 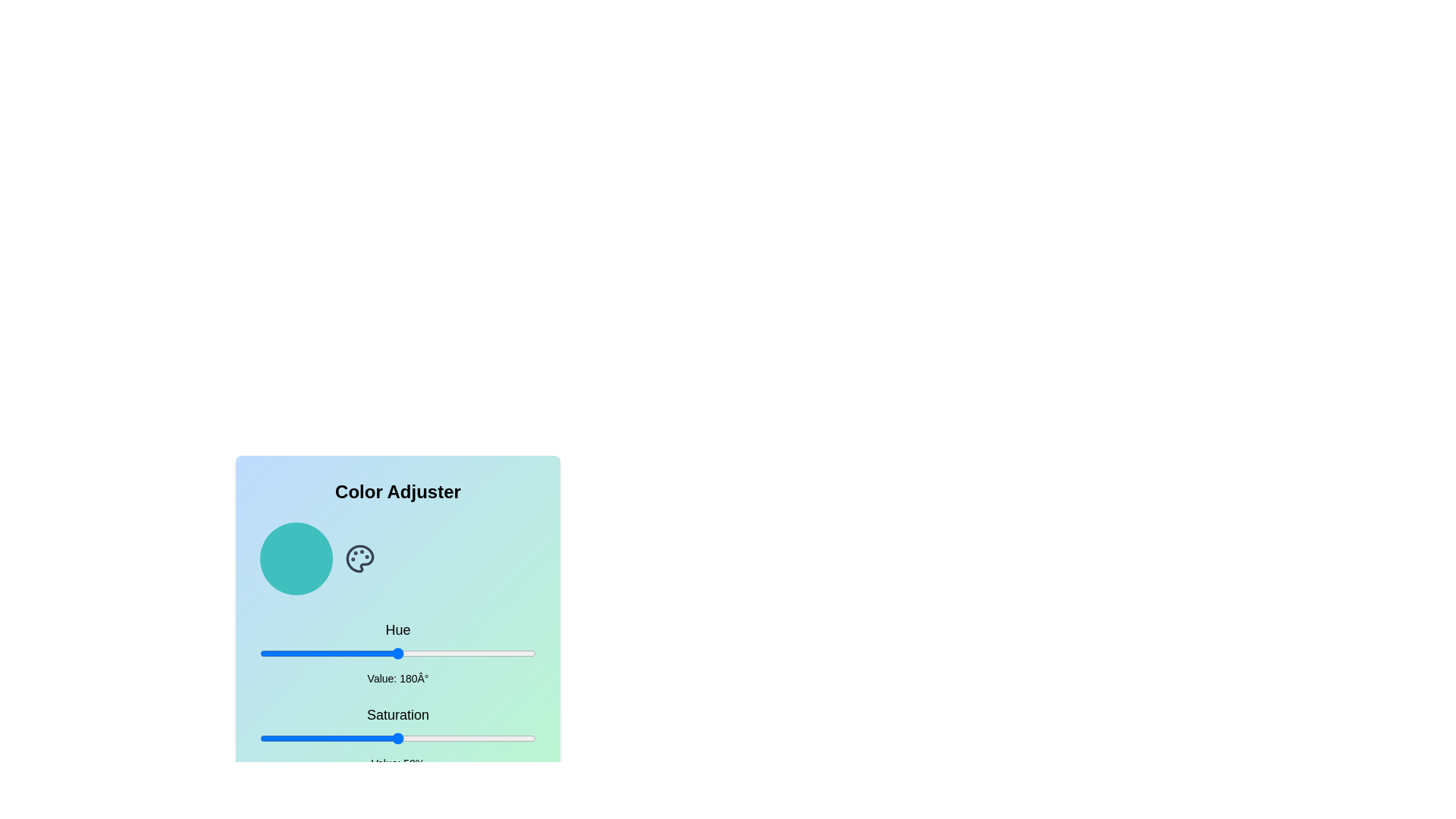 I want to click on the saturation slider to set the saturation to 99%, so click(x=533, y=738).